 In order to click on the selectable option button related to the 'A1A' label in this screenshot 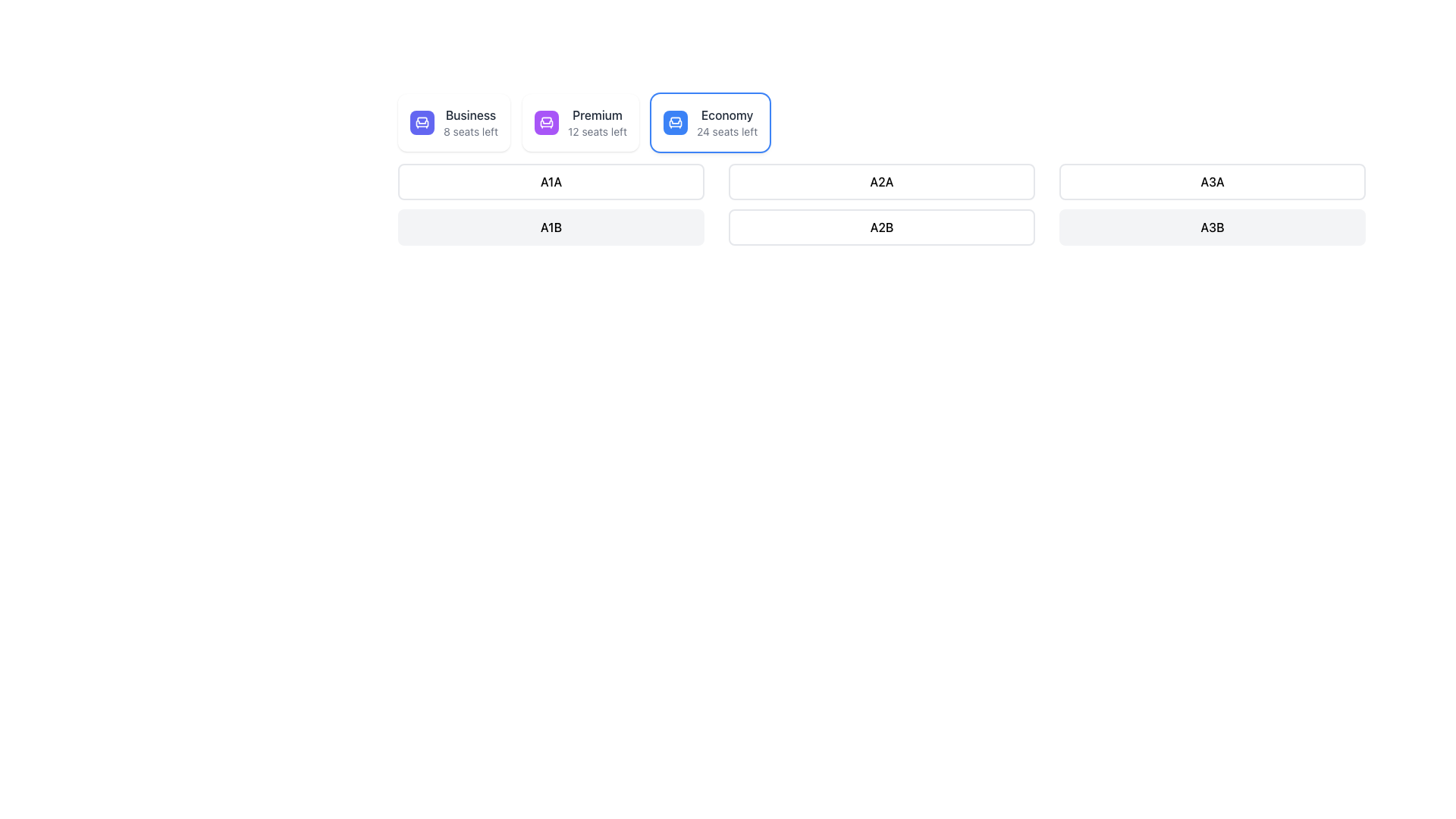, I will do `click(550, 180)`.